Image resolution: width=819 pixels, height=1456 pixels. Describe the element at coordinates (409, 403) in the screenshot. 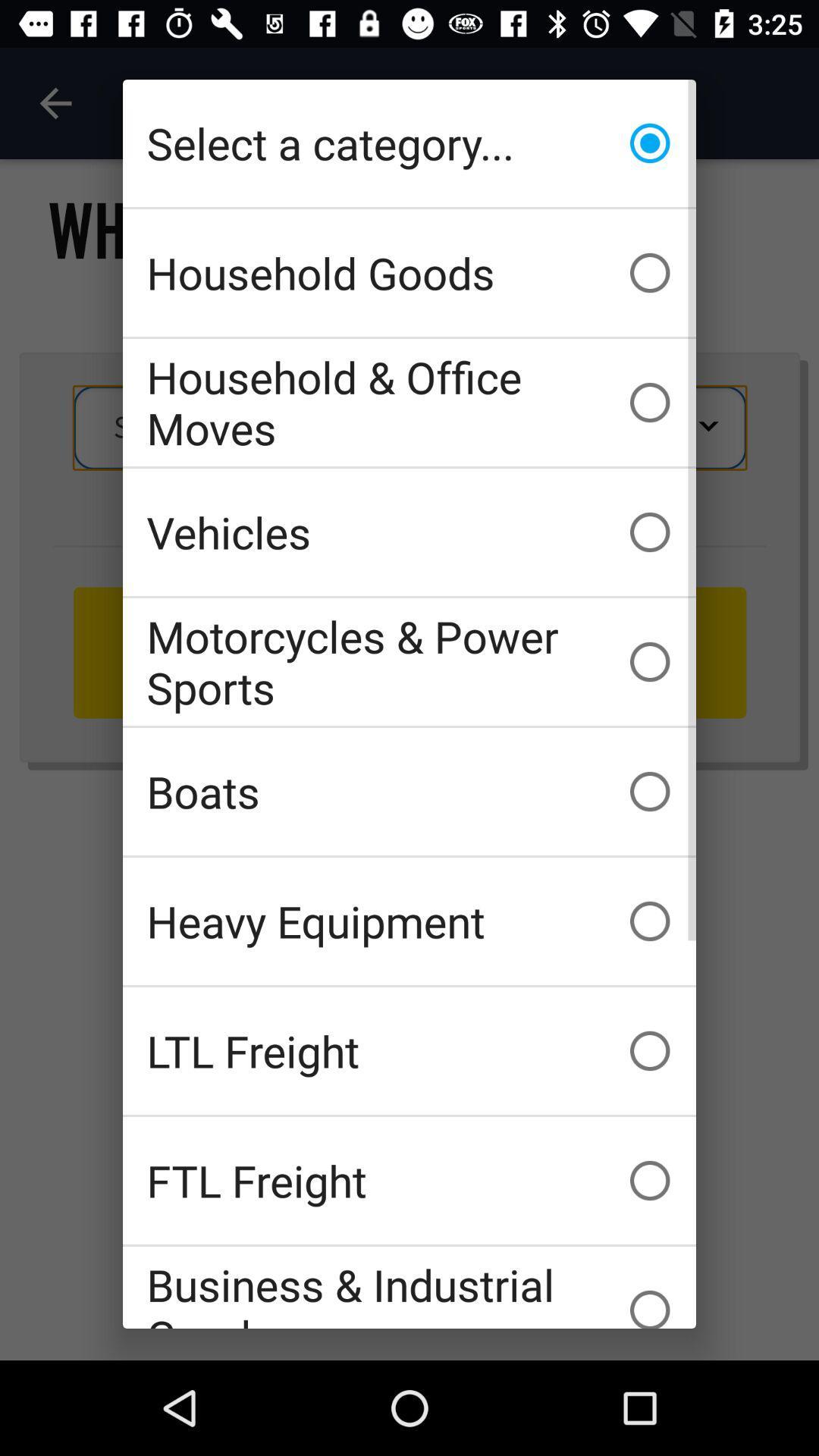

I see `household & office moves` at that location.